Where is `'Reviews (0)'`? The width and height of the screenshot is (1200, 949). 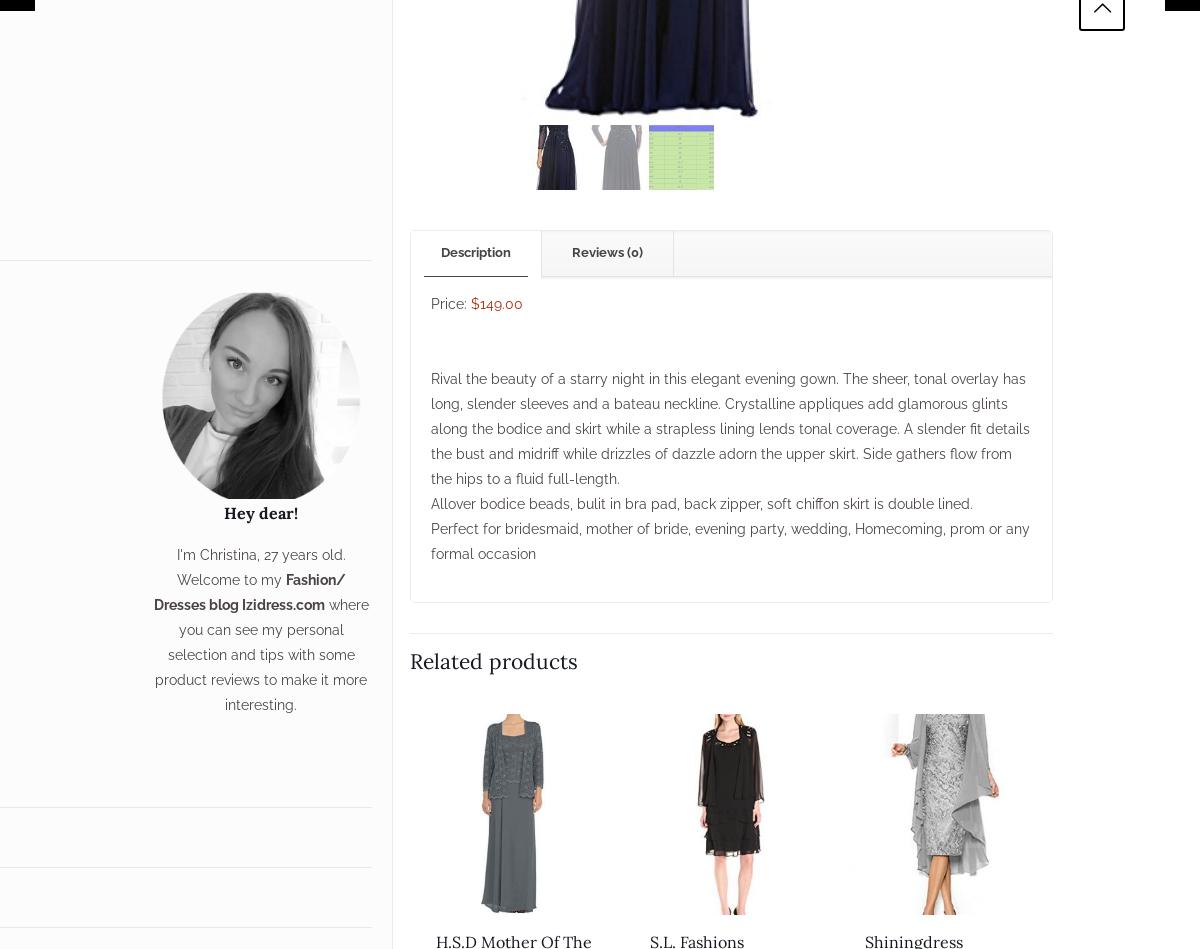 'Reviews (0)' is located at coordinates (606, 250).